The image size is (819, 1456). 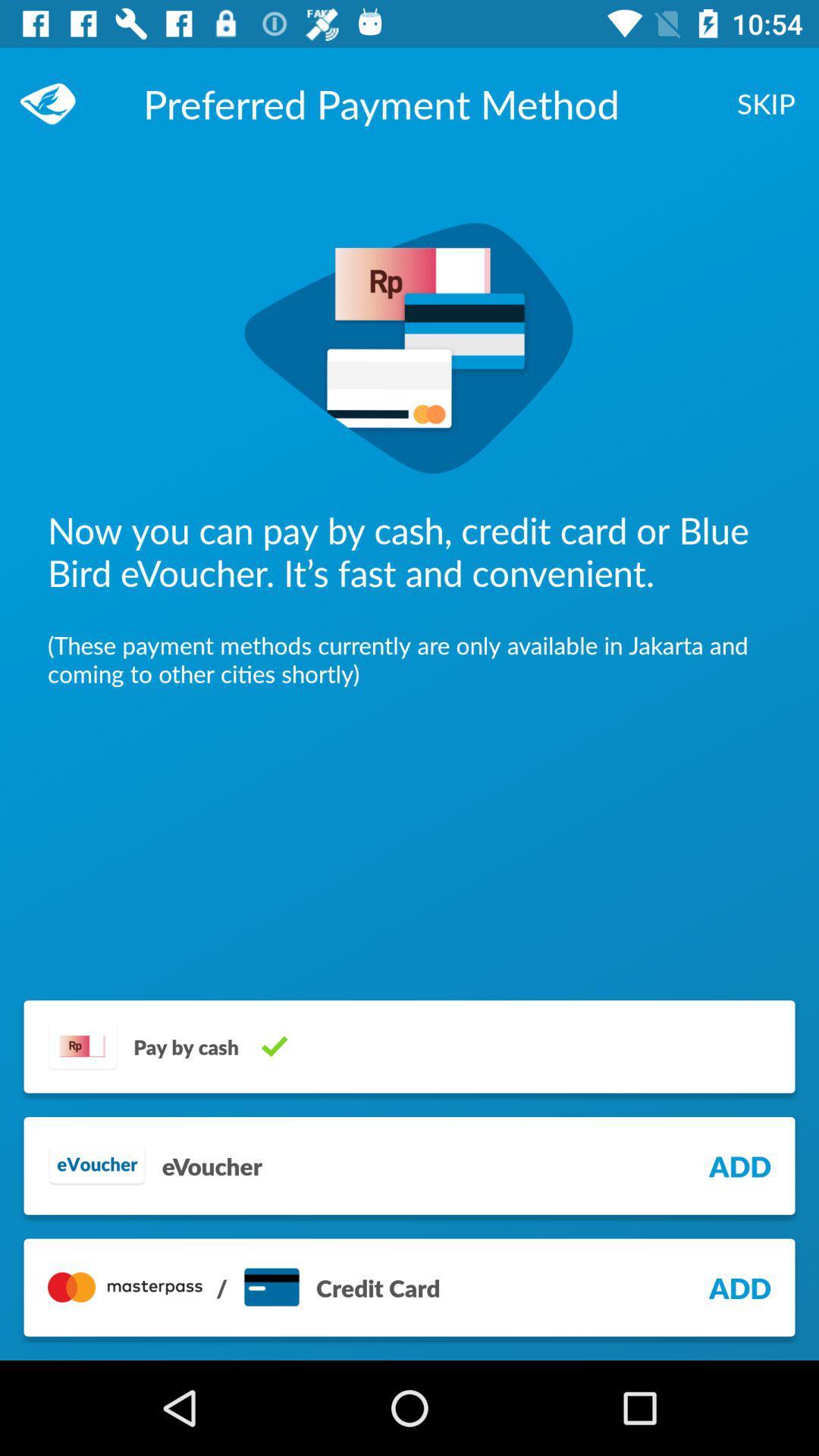 I want to click on the icon to the left of the preferred payment method item, so click(x=55, y=102).